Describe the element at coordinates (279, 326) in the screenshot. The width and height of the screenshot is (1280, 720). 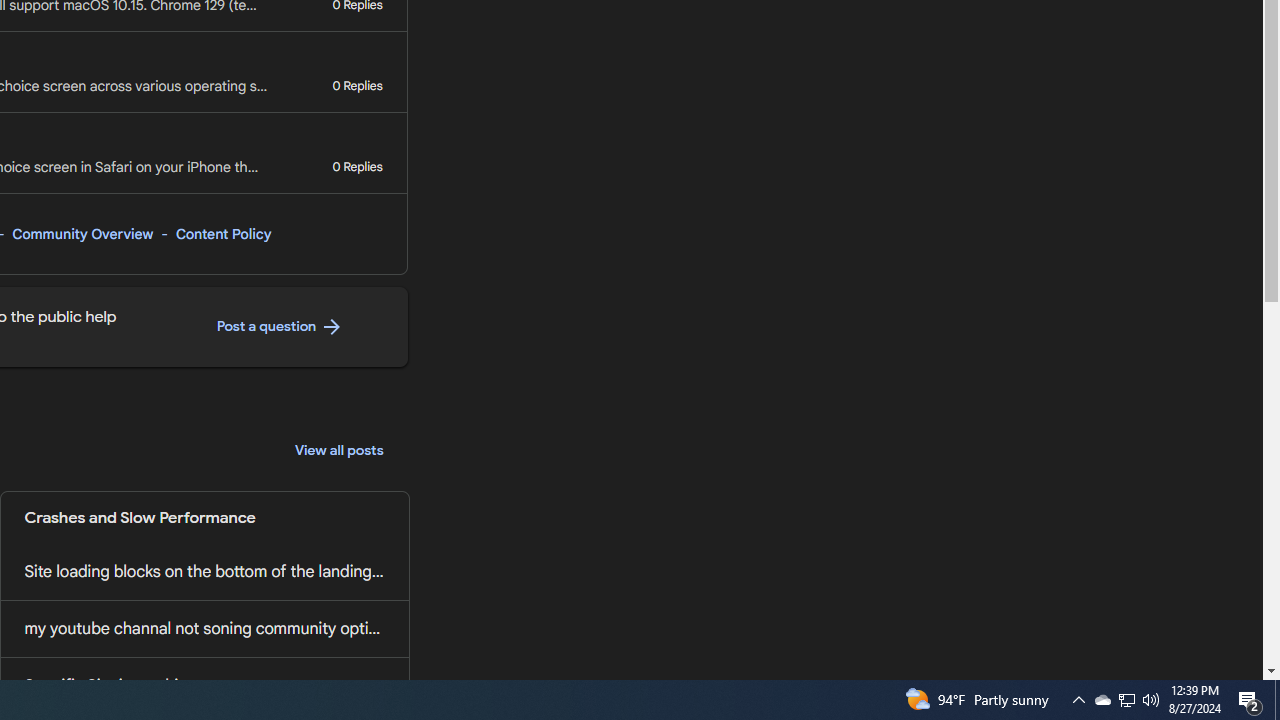
I see `'Post a question '` at that location.